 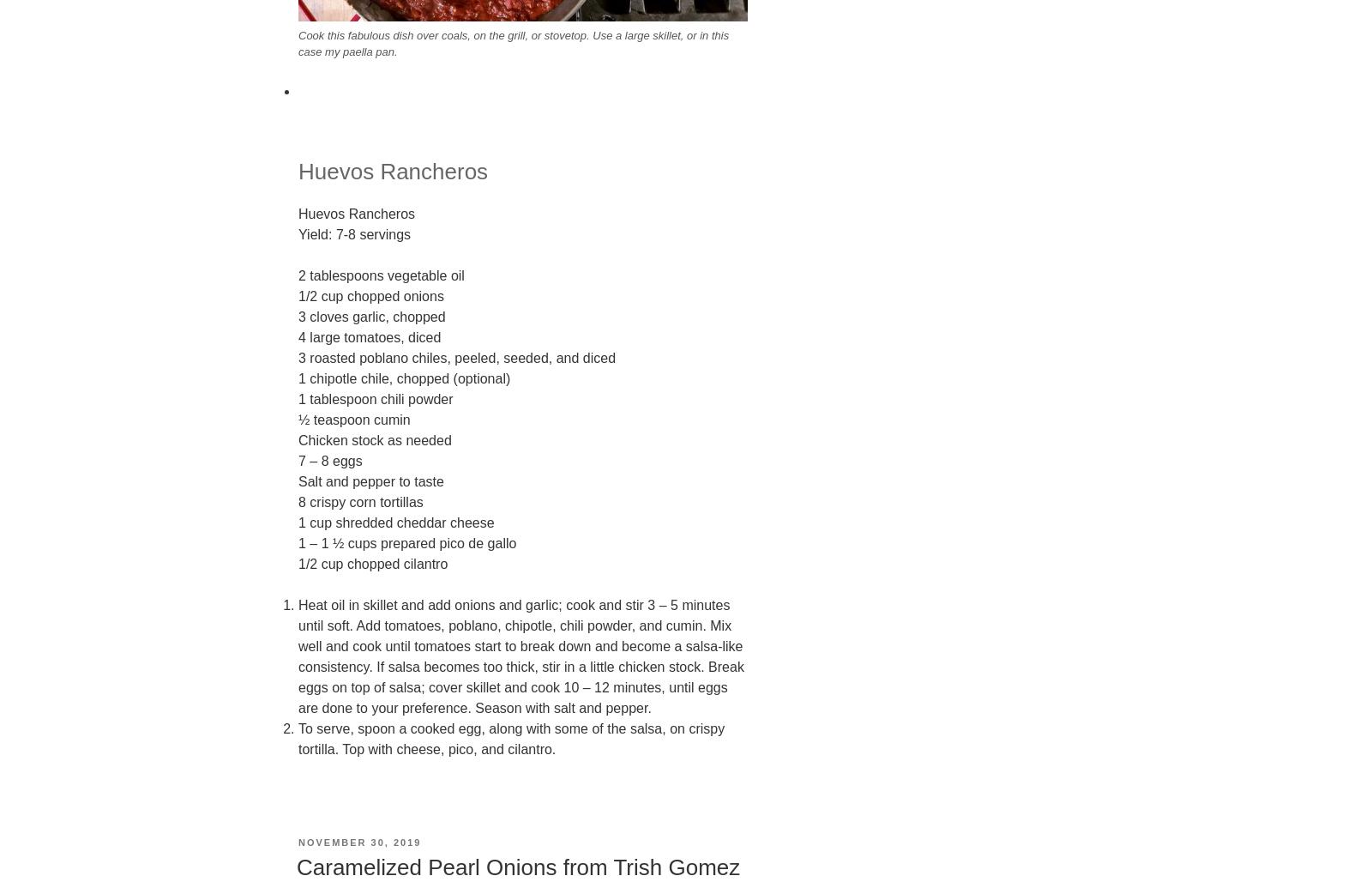 What do you see at coordinates (353, 233) in the screenshot?
I see `'Yield: 7-8 servings'` at bounding box center [353, 233].